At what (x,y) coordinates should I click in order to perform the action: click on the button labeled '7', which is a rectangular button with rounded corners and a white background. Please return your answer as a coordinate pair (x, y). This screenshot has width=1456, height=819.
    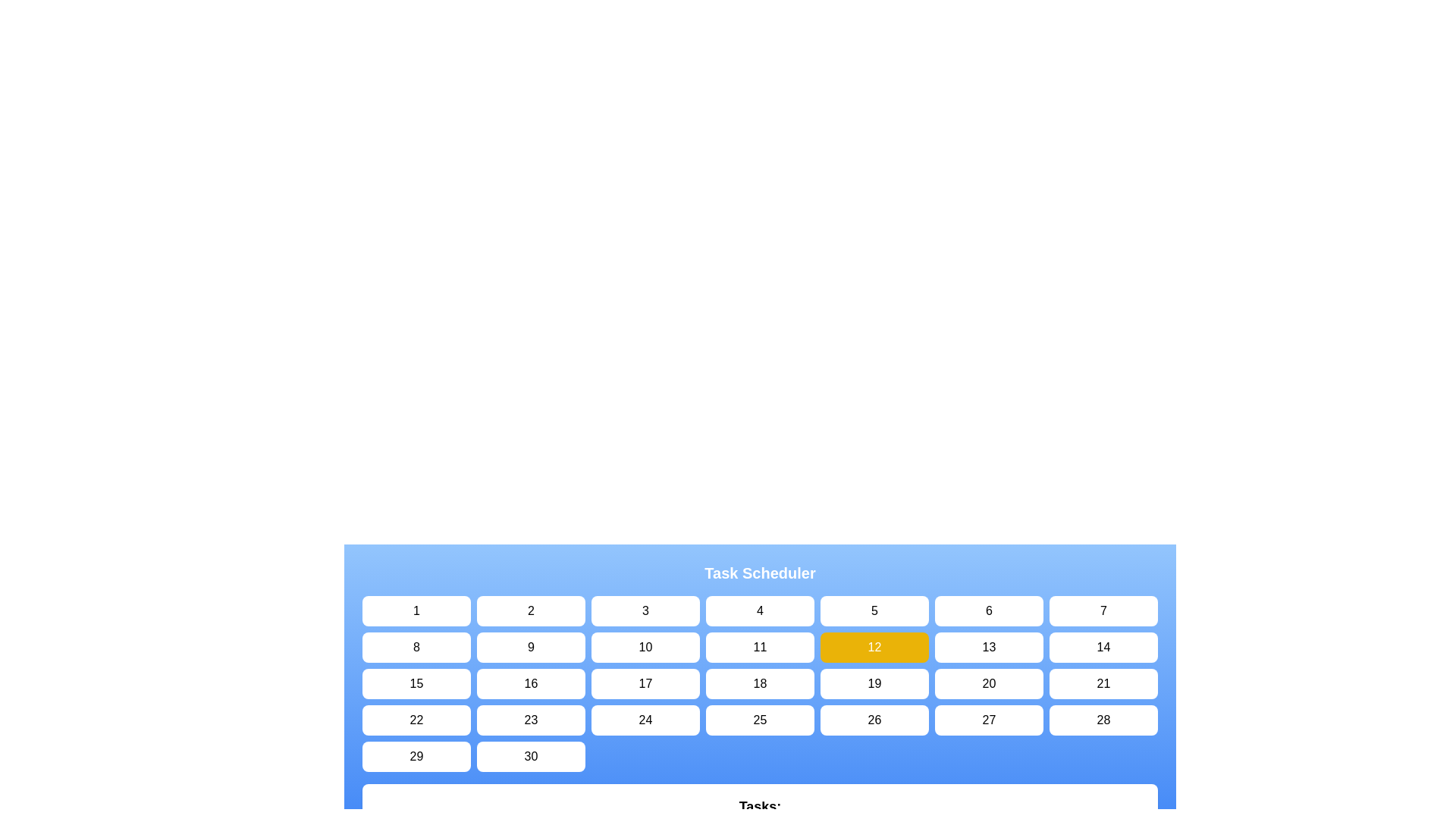
    Looking at the image, I should click on (1103, 610).